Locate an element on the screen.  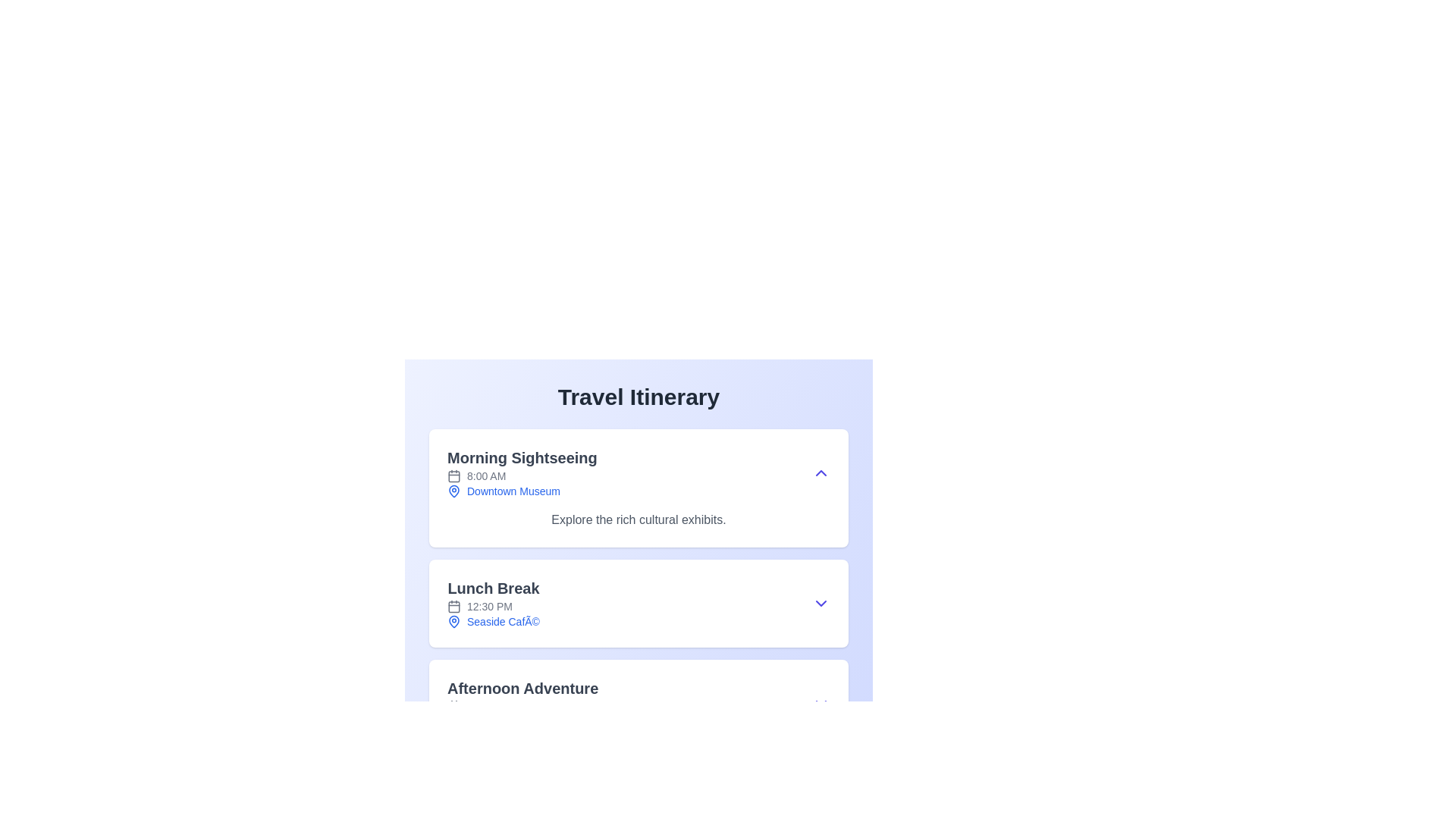
the 'Afternoon Adventure' card component, which is the third card in the vertical list of travel itinerary items is located at coordinates (639, 704).